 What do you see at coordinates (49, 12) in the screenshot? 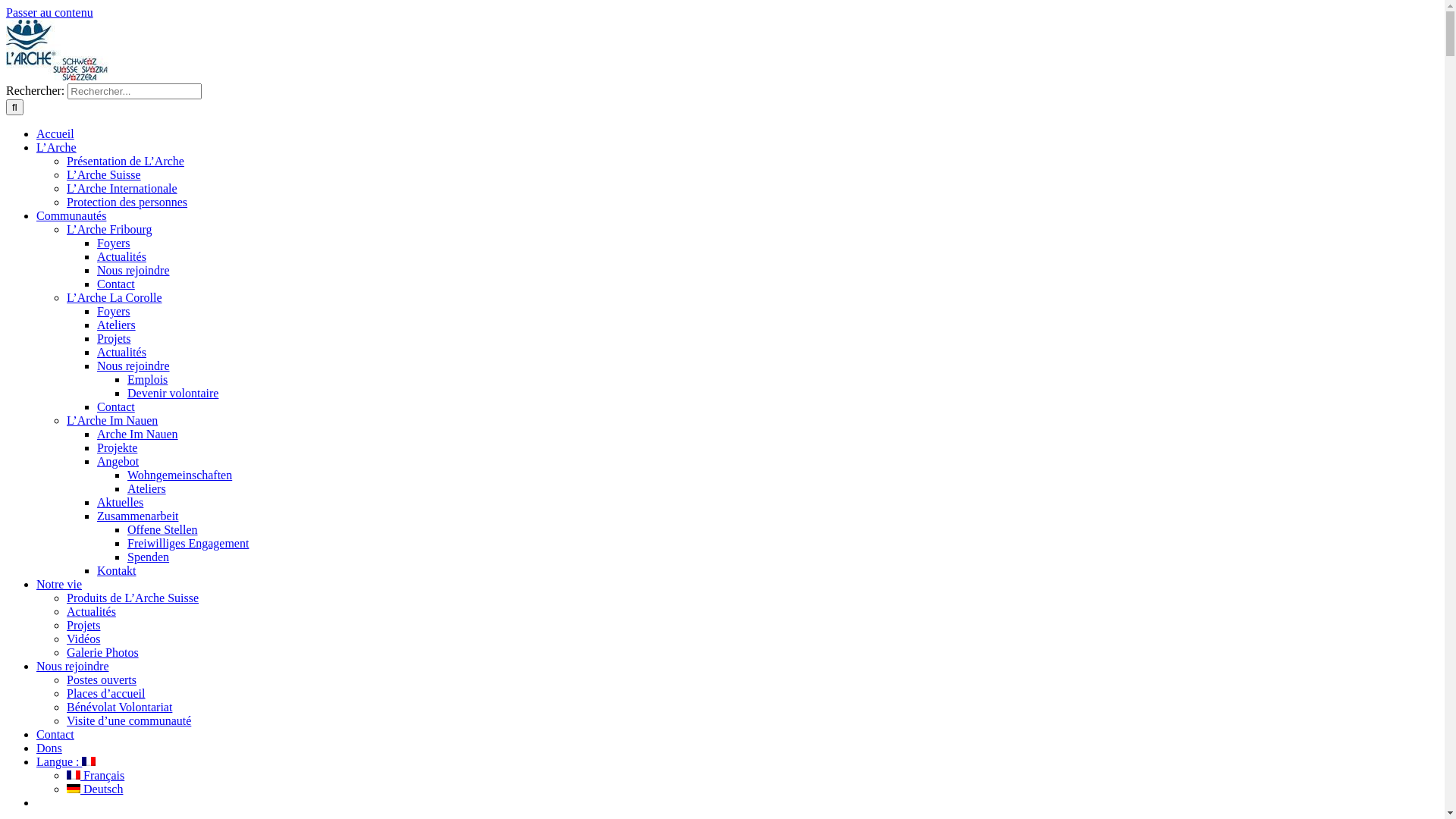
I see `'Passer au contenu'` at bounding box center [49, 12].